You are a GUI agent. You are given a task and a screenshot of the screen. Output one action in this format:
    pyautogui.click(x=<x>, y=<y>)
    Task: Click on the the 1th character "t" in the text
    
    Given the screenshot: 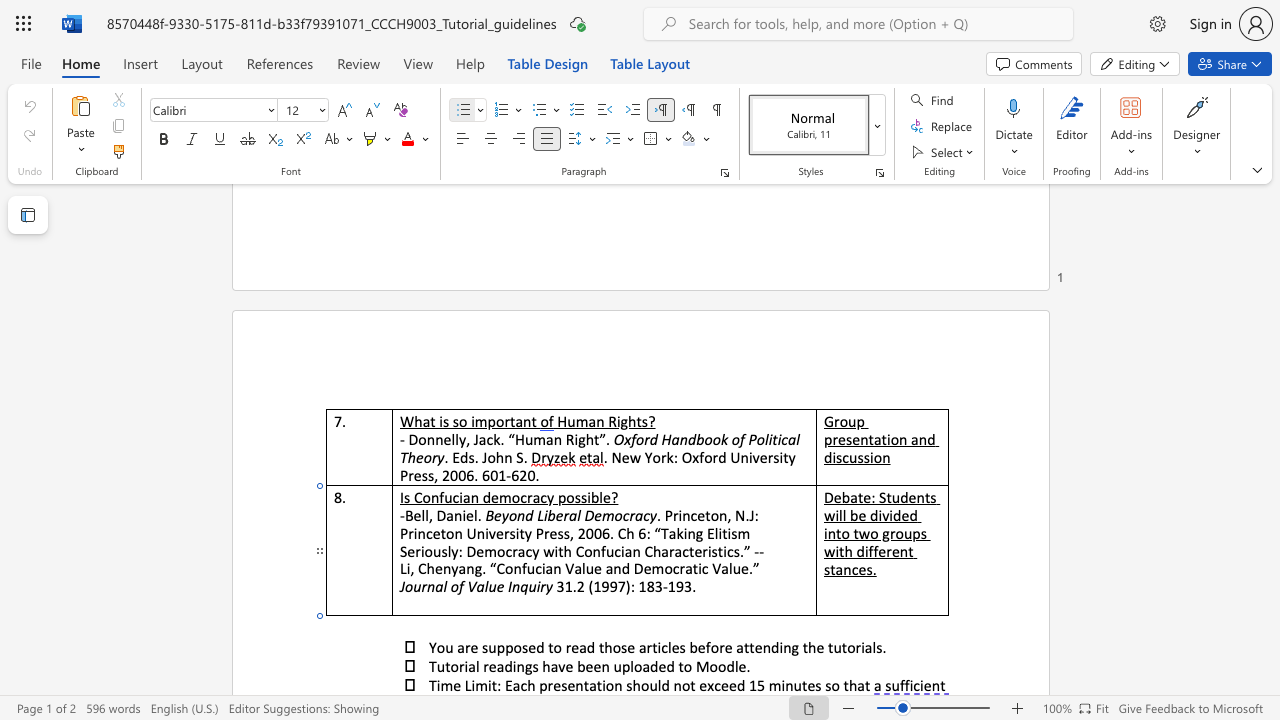 What is the action you would take?
    pyautogui.click(x=432, y=420)
    